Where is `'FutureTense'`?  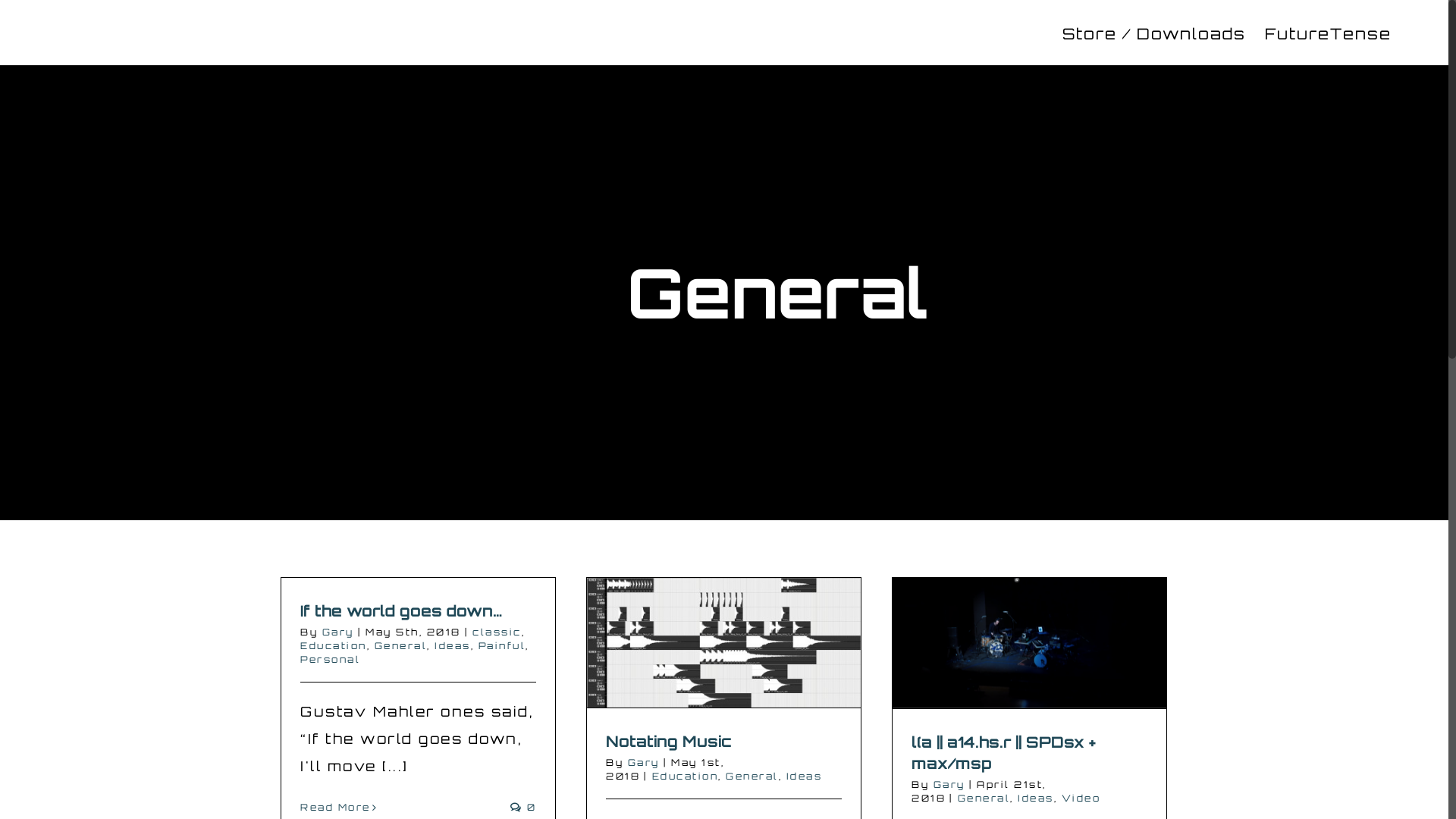
'FutureTense' is located at coordinates (1265, 32).